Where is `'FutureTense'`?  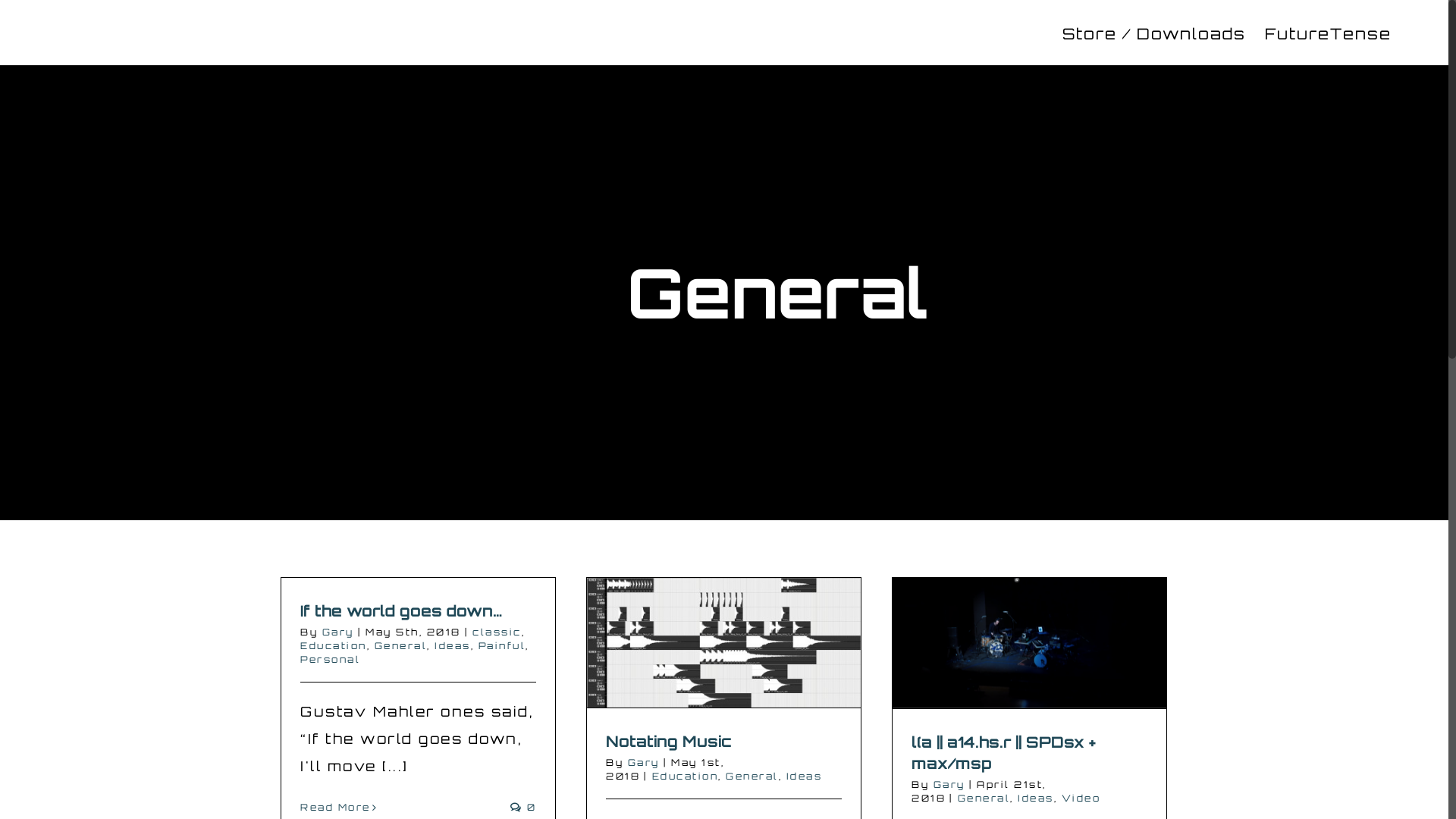
'FutureTense' is located at coordinates (1265, 32).